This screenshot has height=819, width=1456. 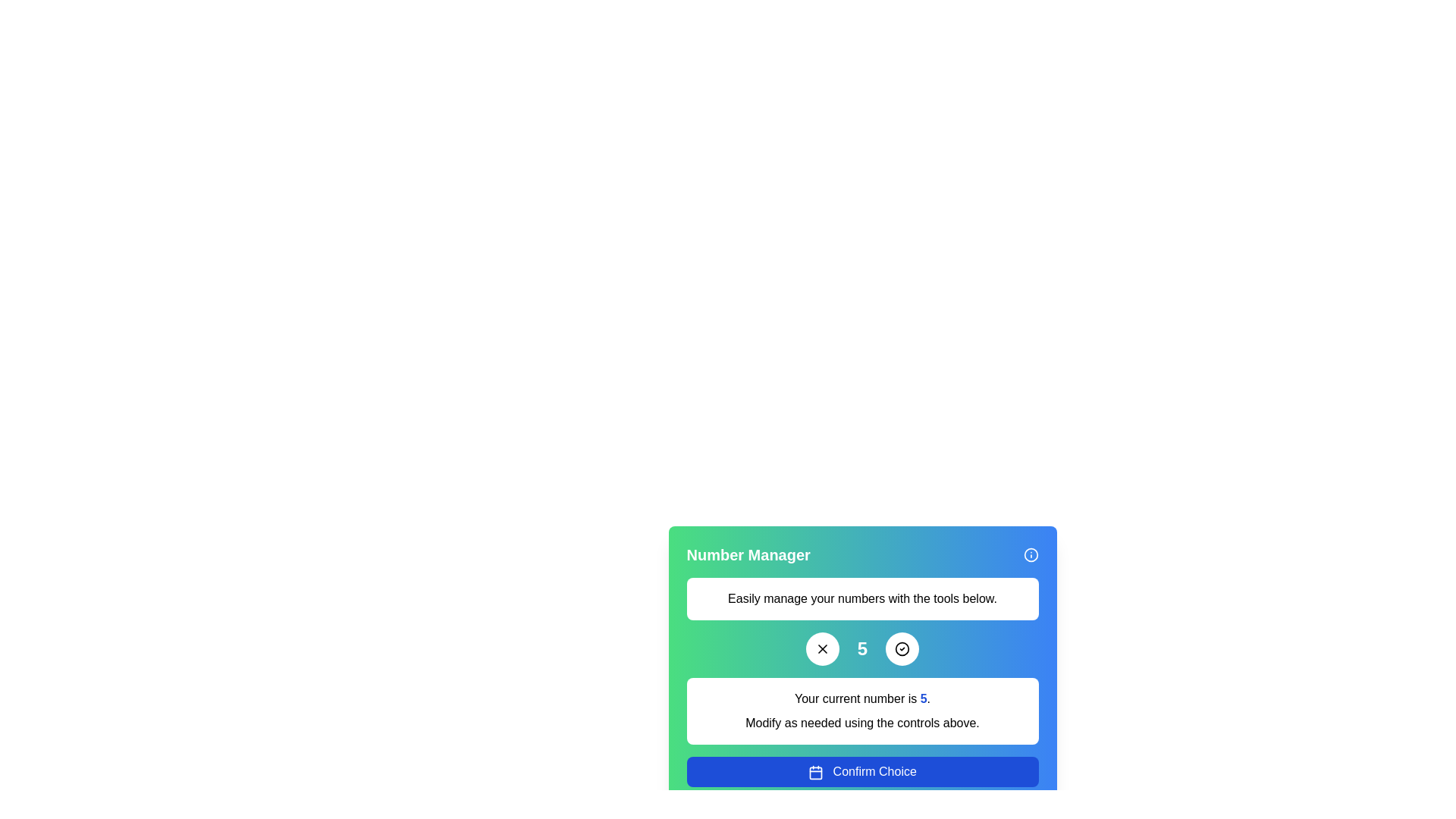 I want to click on the circular button with a white background and a black 'X' icon, located to the left of the number '5', so click(x=821, y=648).